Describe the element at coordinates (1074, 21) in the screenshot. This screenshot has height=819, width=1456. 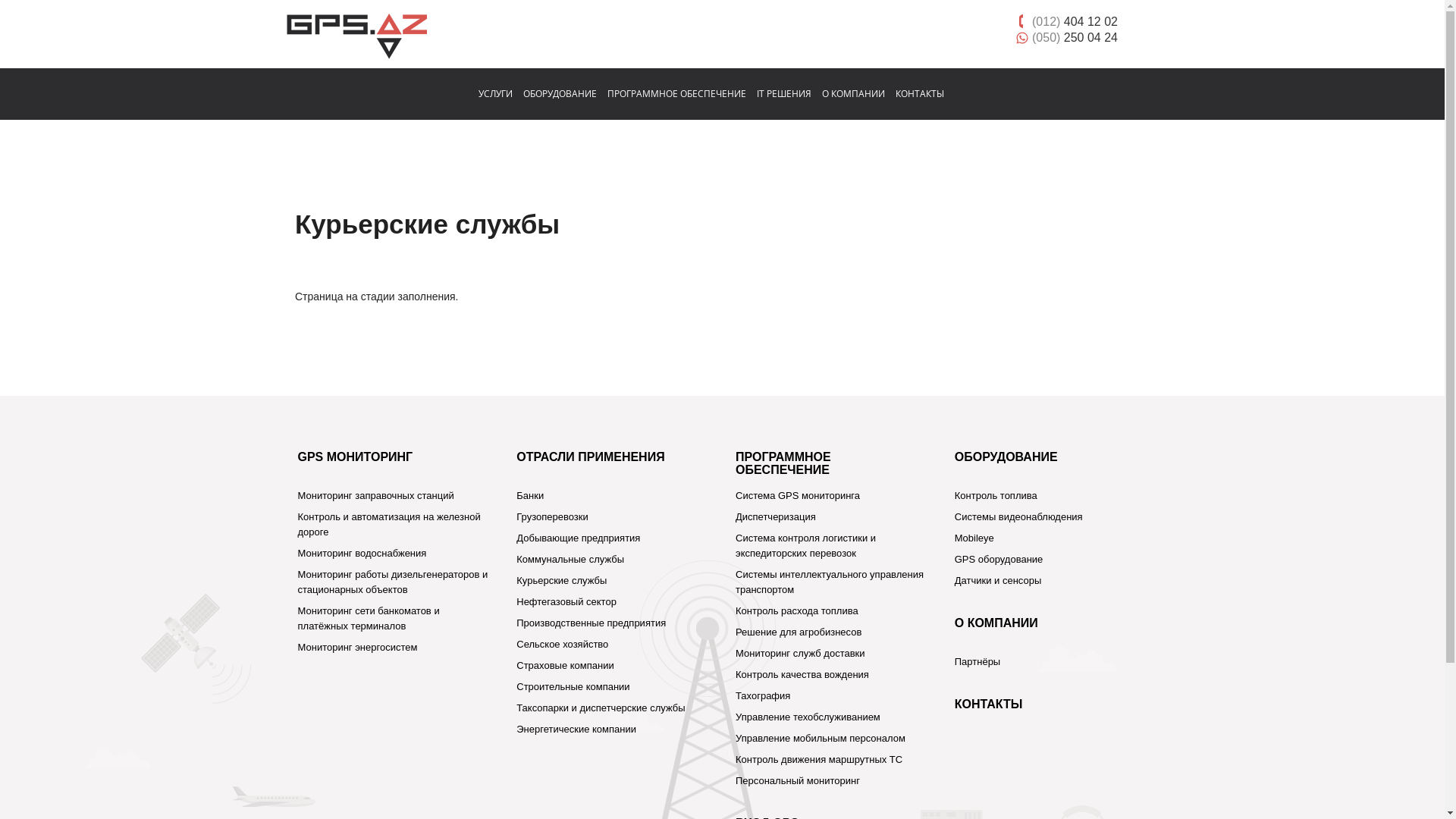
I see `'(012) 404 12 02'` at that location.